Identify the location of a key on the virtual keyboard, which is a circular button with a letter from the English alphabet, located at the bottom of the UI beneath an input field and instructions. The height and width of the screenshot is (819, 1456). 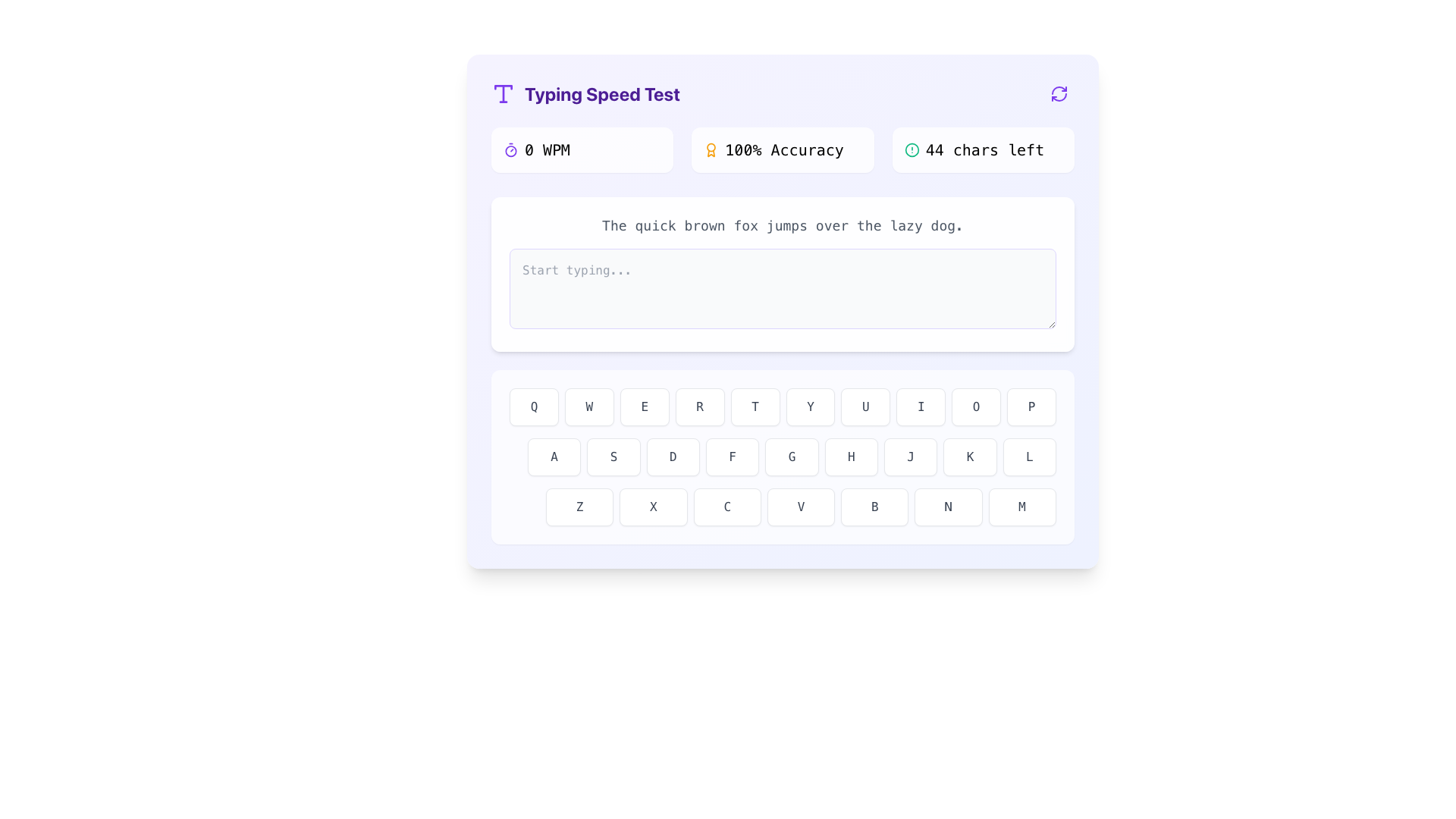
(783, 456).